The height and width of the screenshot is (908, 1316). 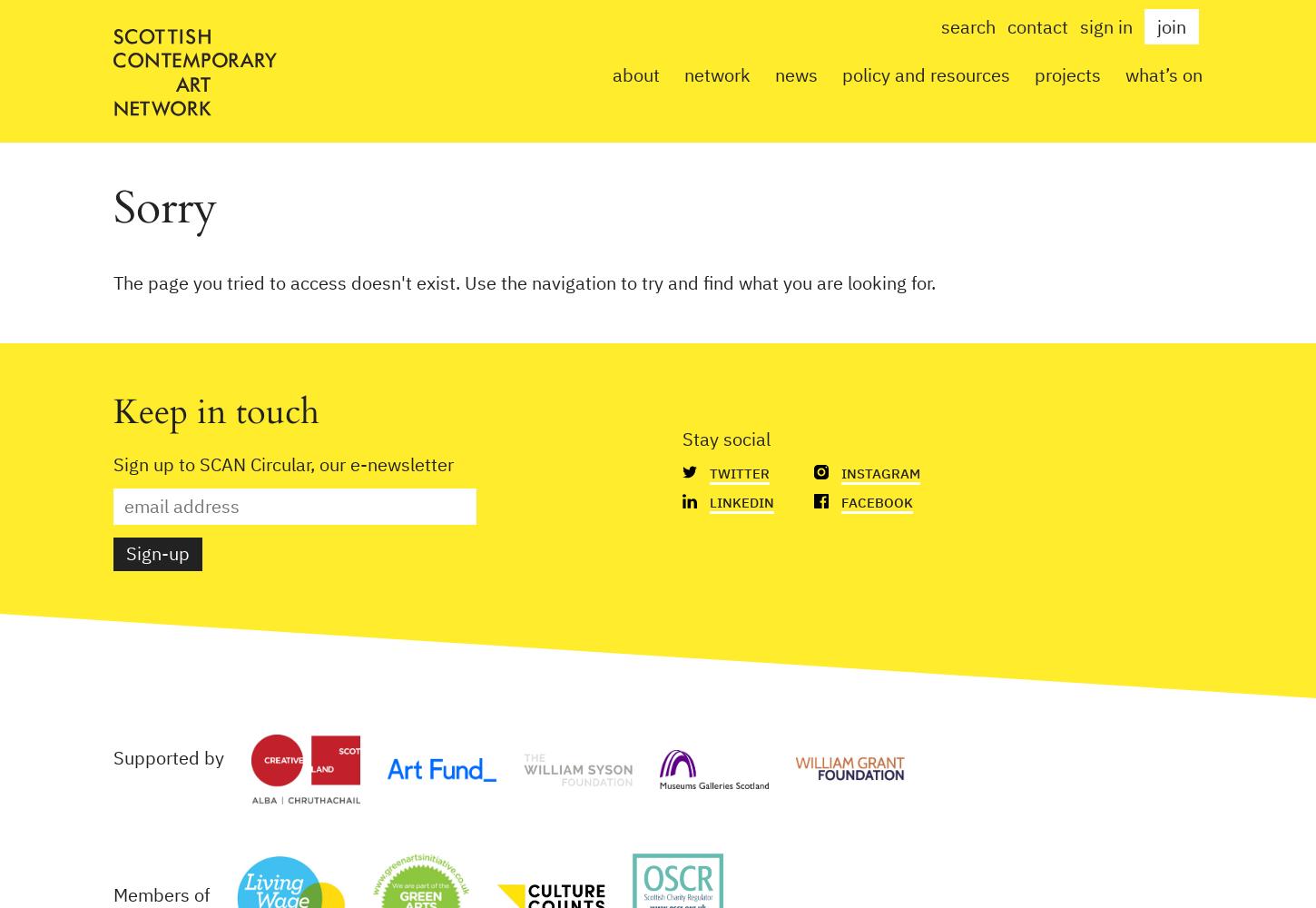 What do you see at coordinates (880, 473) in the screenshot?
I see `'Instagram'` at bounding box center [880, 473].